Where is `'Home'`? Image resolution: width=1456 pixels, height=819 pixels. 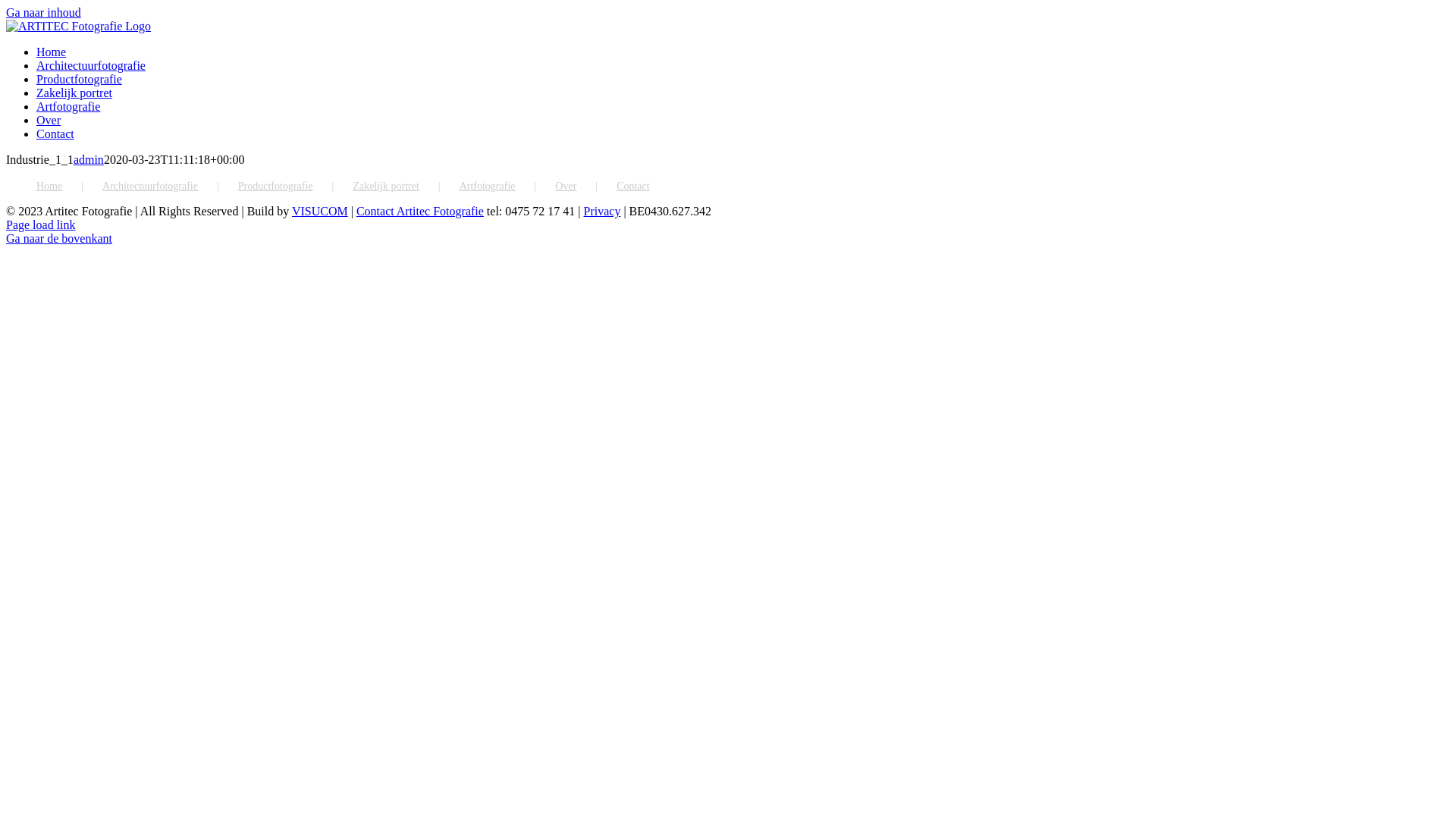 'Home' is located at coordinates (51, 51).